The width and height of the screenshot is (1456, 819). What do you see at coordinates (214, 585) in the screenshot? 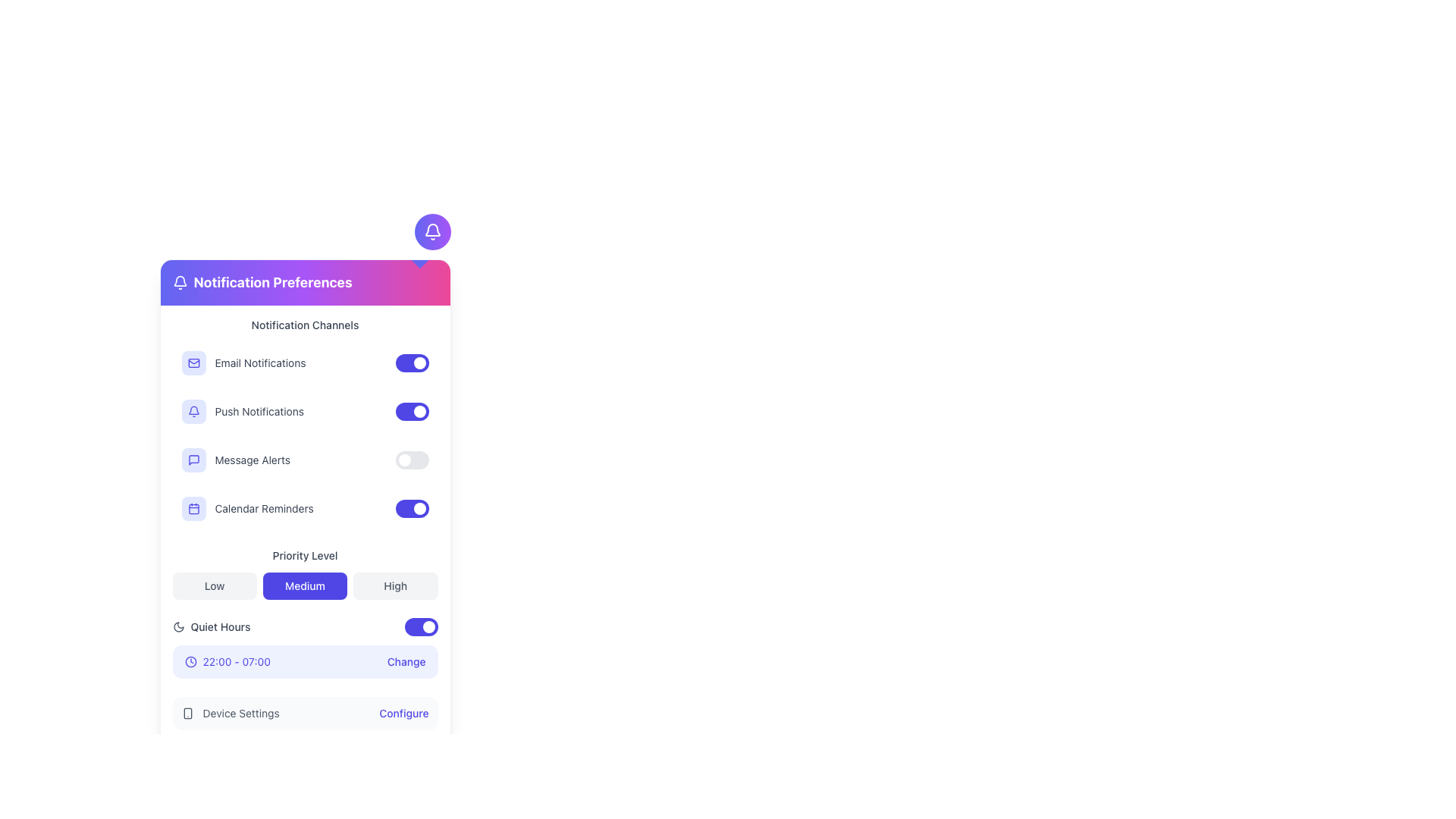
I see `the 'Low' priority button located on the leftmost side of a group of three buttons under the 'Priority Level' label in the 'Notification Preferences' interface` at bounding box center [214, 585].